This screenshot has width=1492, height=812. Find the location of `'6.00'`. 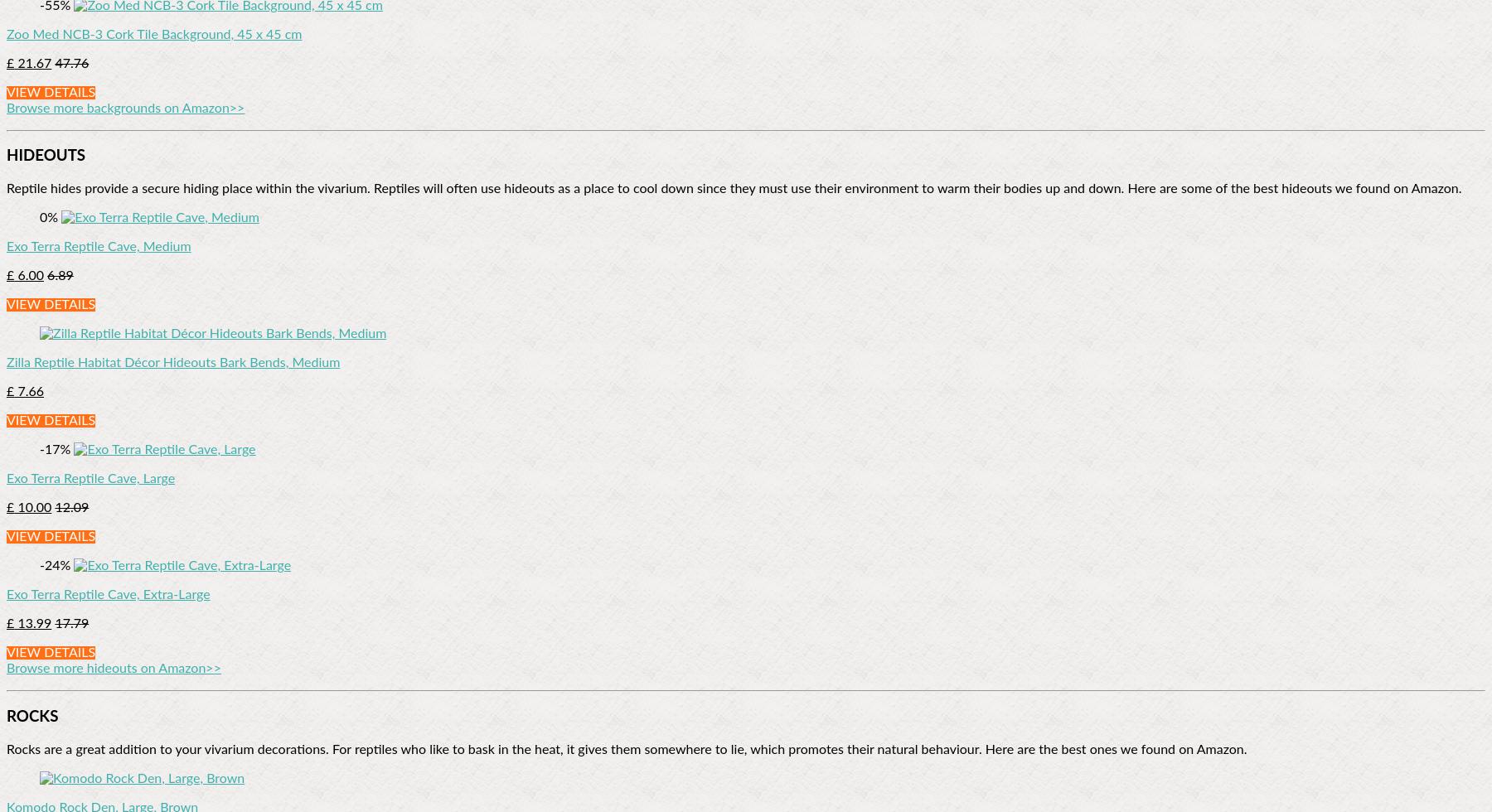

'6.00' is located at coordinates (12, 276).